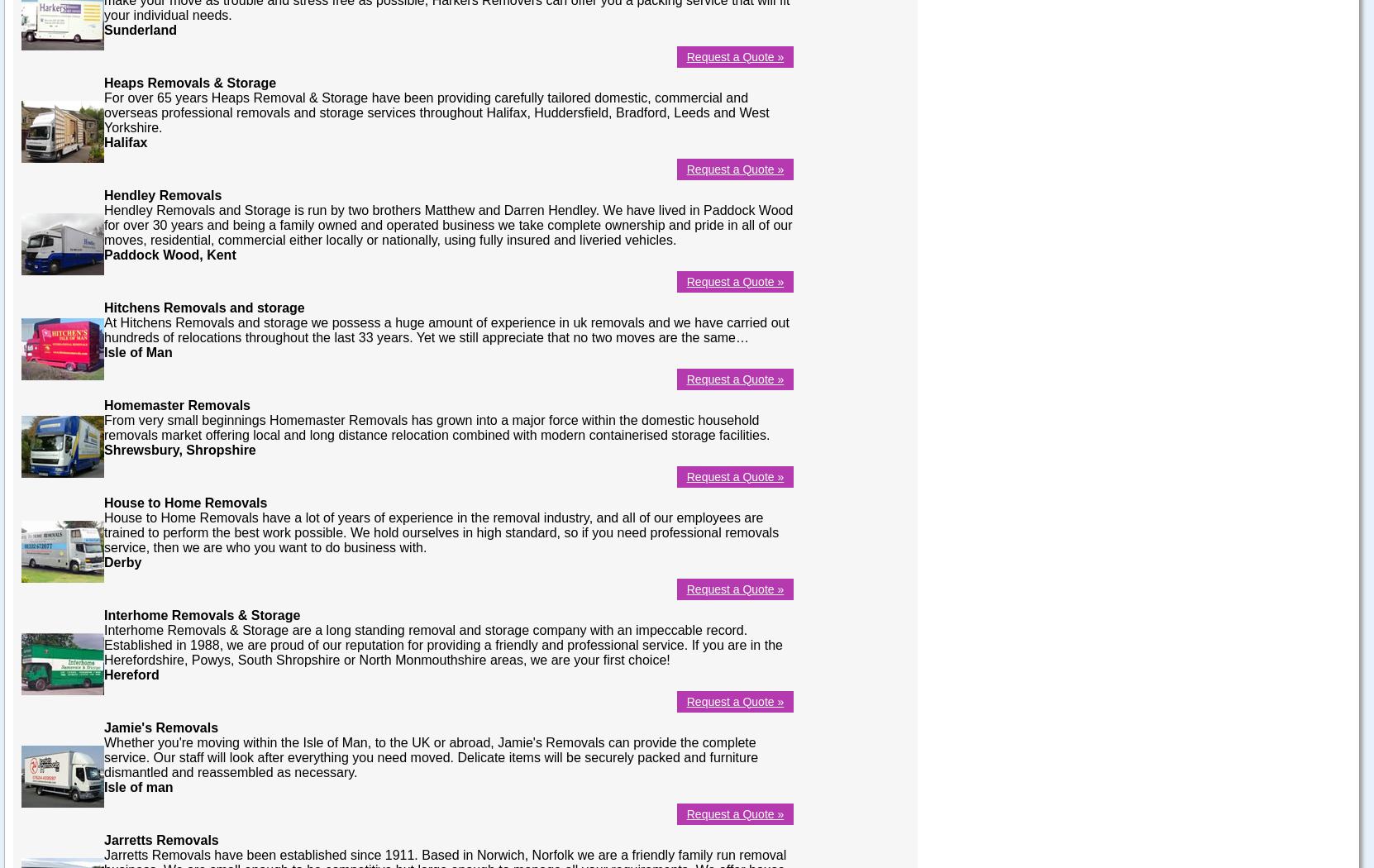  I want to click on 'Paddock Wood, Kent', so click(169, 254).